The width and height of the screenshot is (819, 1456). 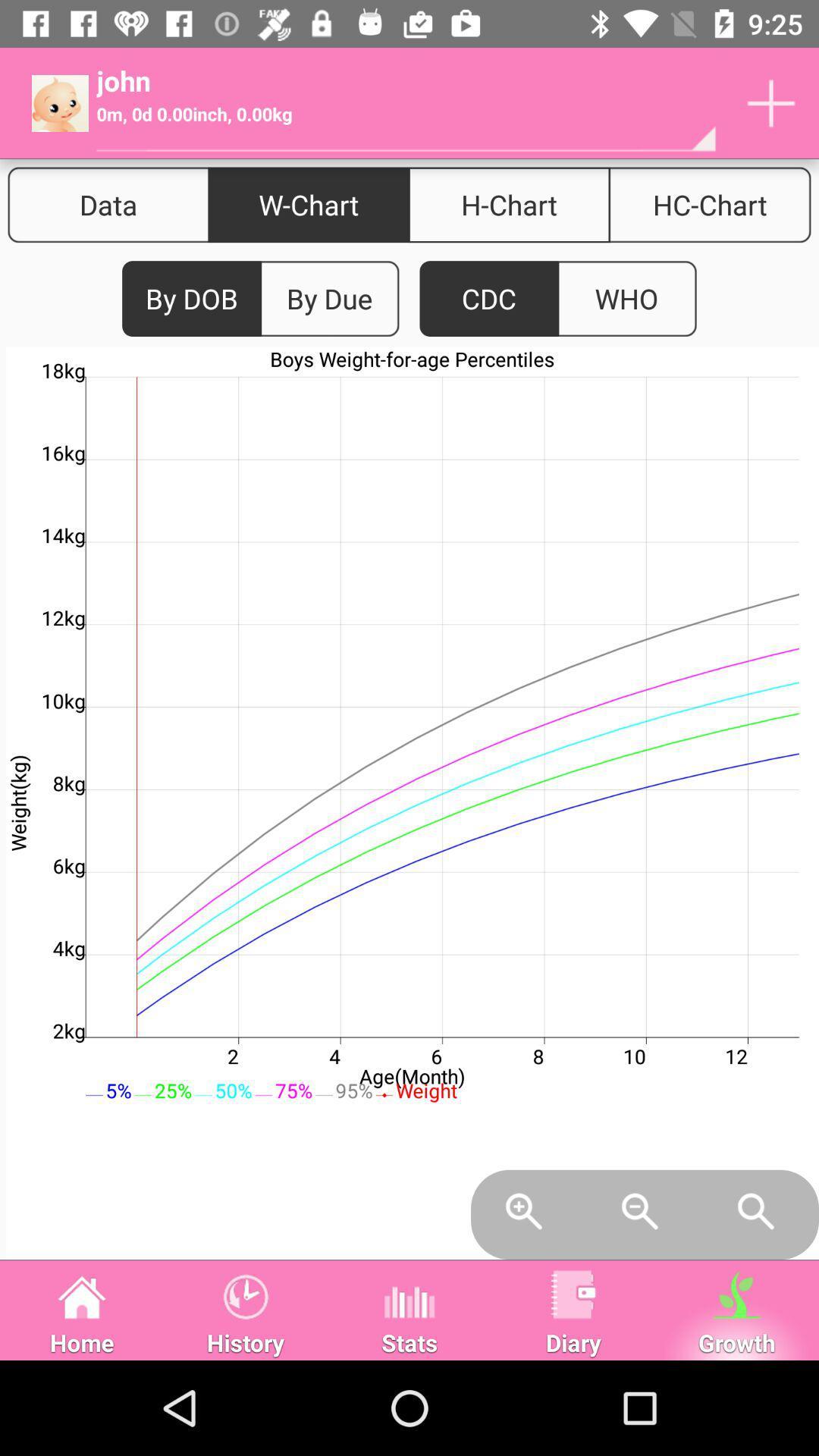 I want to click on by due icon, so click(x=328, y=299).